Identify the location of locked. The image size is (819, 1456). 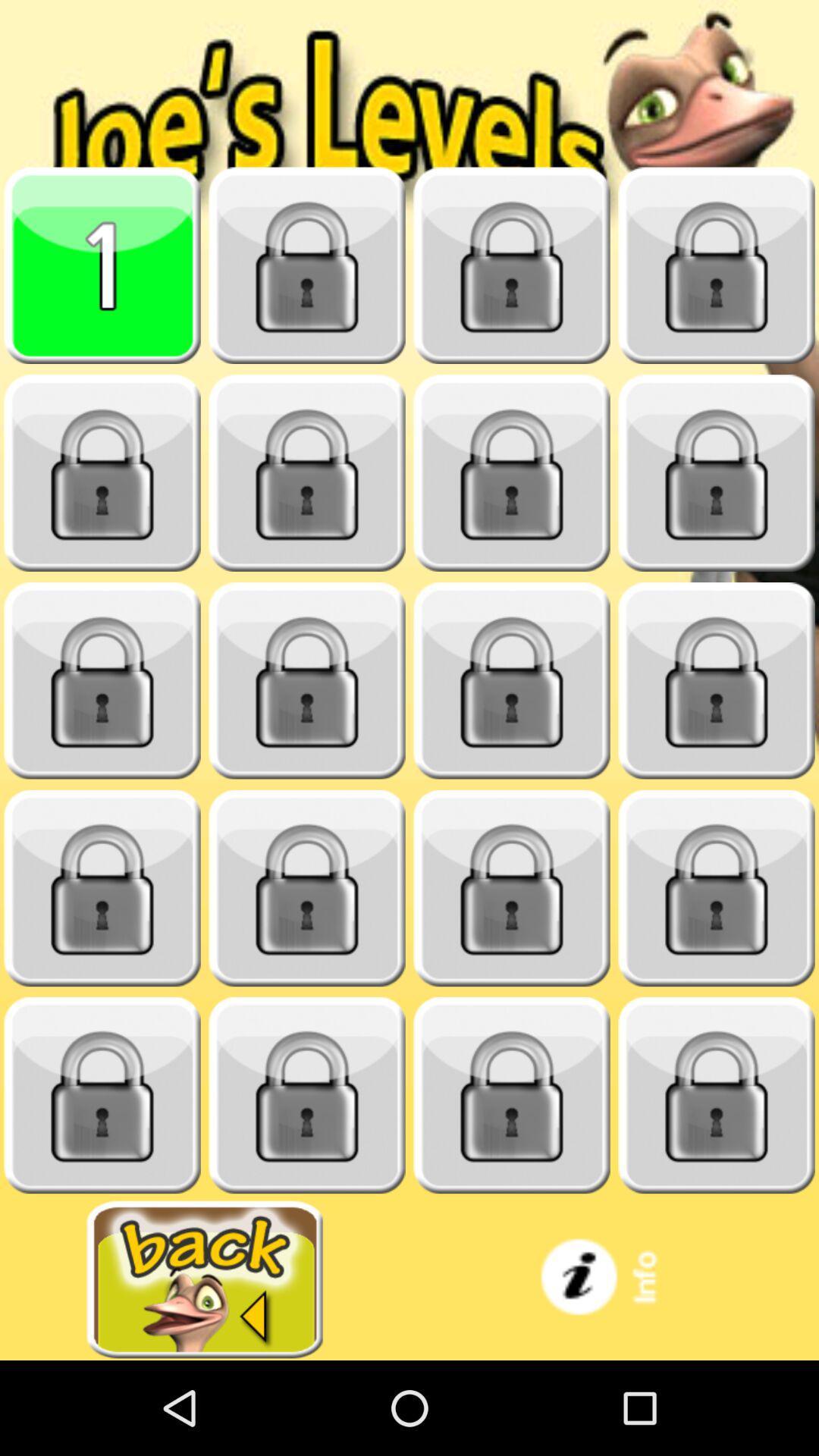
(307, 265).